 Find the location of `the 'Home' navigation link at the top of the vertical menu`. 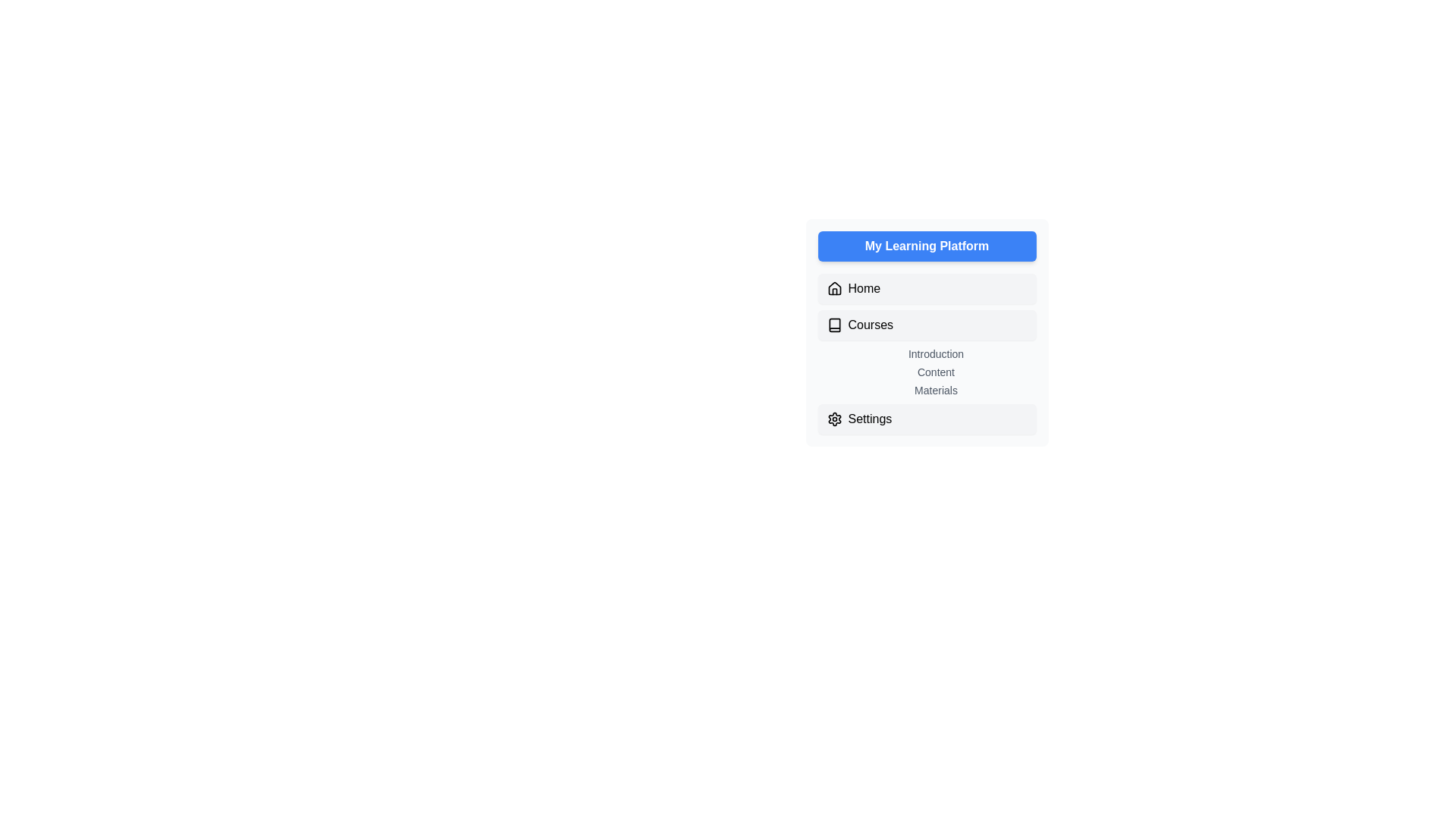

the 'Home' navigation link at the top of the vertical menu is located at coordinates (926, 289).